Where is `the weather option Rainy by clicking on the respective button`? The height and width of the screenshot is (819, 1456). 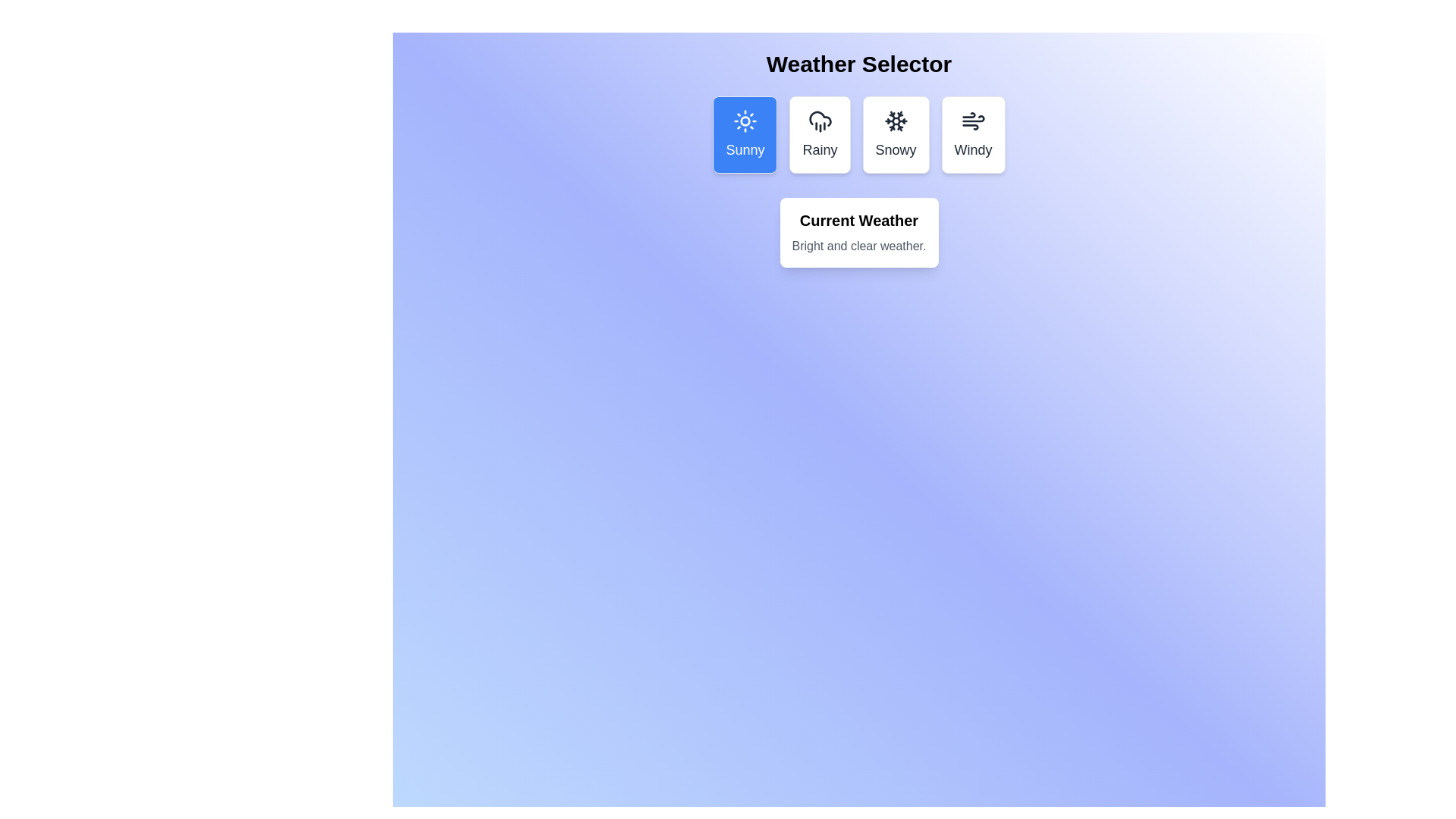 the weather option Rainy by clicking on the respective button is located at coordinates (818, 133).